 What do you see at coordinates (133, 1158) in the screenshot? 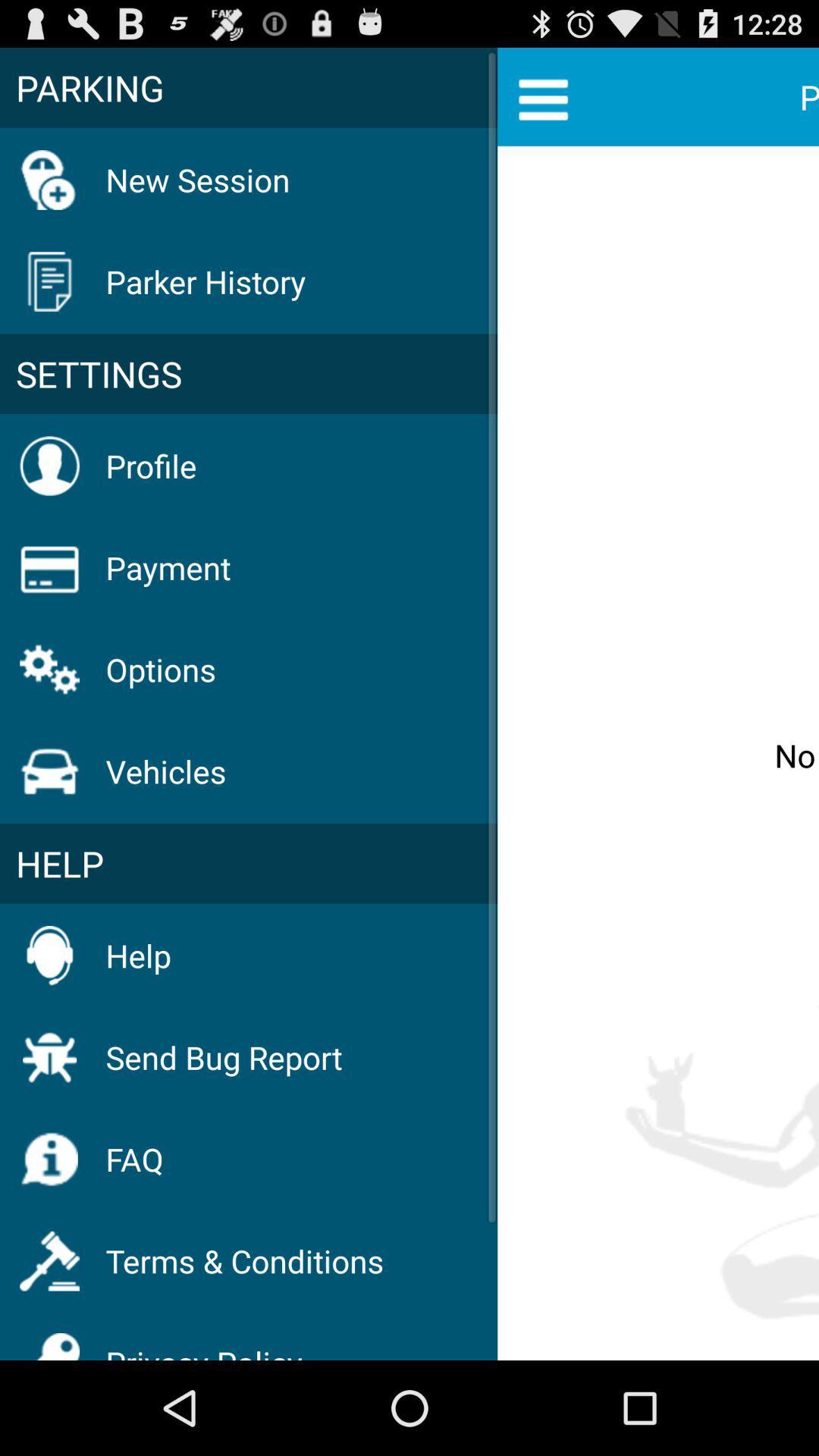
I see `the faq item` at bounding box center [133, 1158].